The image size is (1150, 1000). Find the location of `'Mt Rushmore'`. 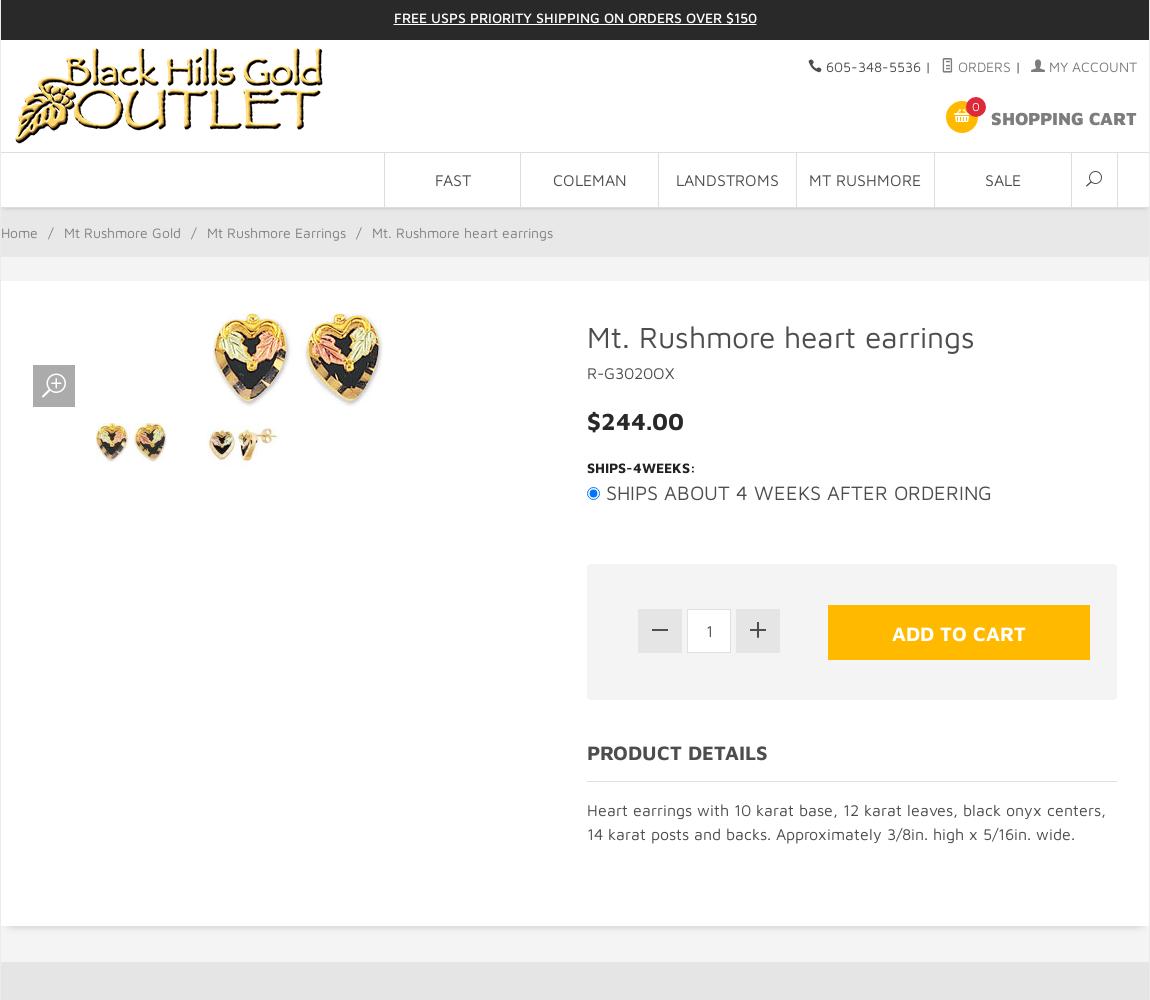

'Mt Rushmore' is located at coordinates (865, 180).